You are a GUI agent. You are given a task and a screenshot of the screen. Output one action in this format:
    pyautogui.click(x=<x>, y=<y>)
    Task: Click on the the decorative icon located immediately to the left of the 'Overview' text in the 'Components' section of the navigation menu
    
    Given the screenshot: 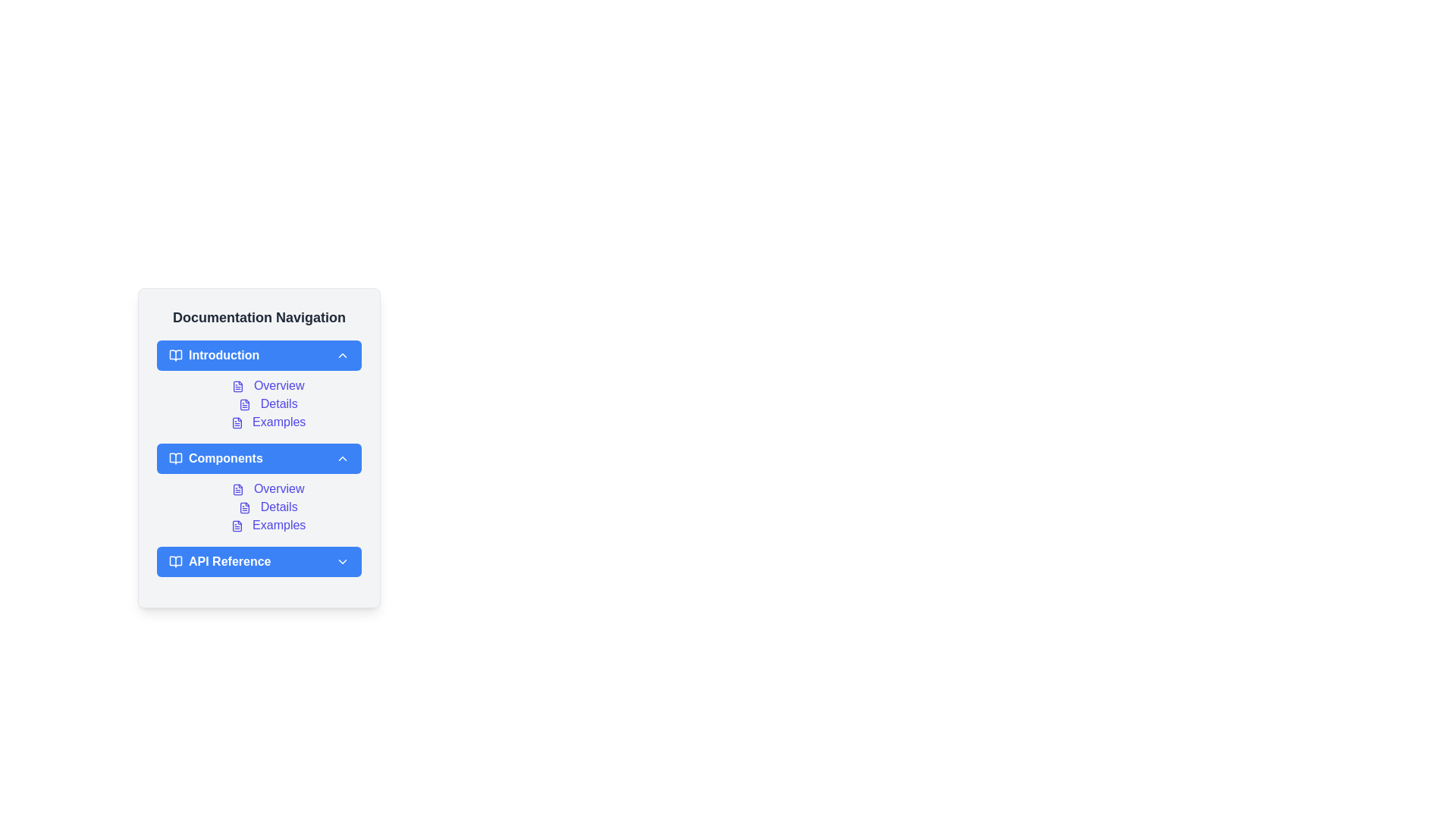 What is the action you would take?
    pyautogui.click(x=237, y=489)
    